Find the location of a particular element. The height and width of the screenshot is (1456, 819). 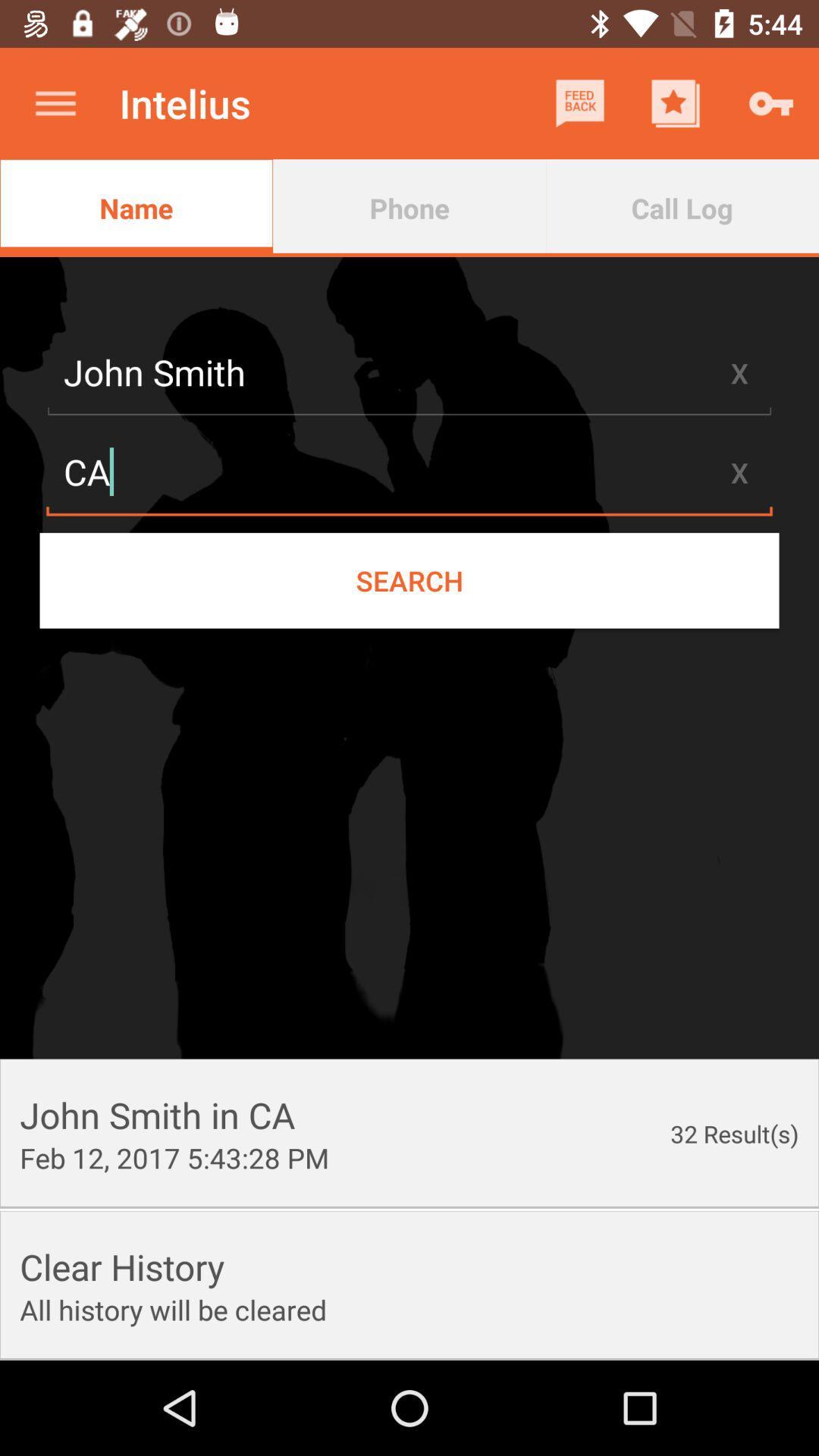

the icon above the name item is located at coordinates (55, 102).